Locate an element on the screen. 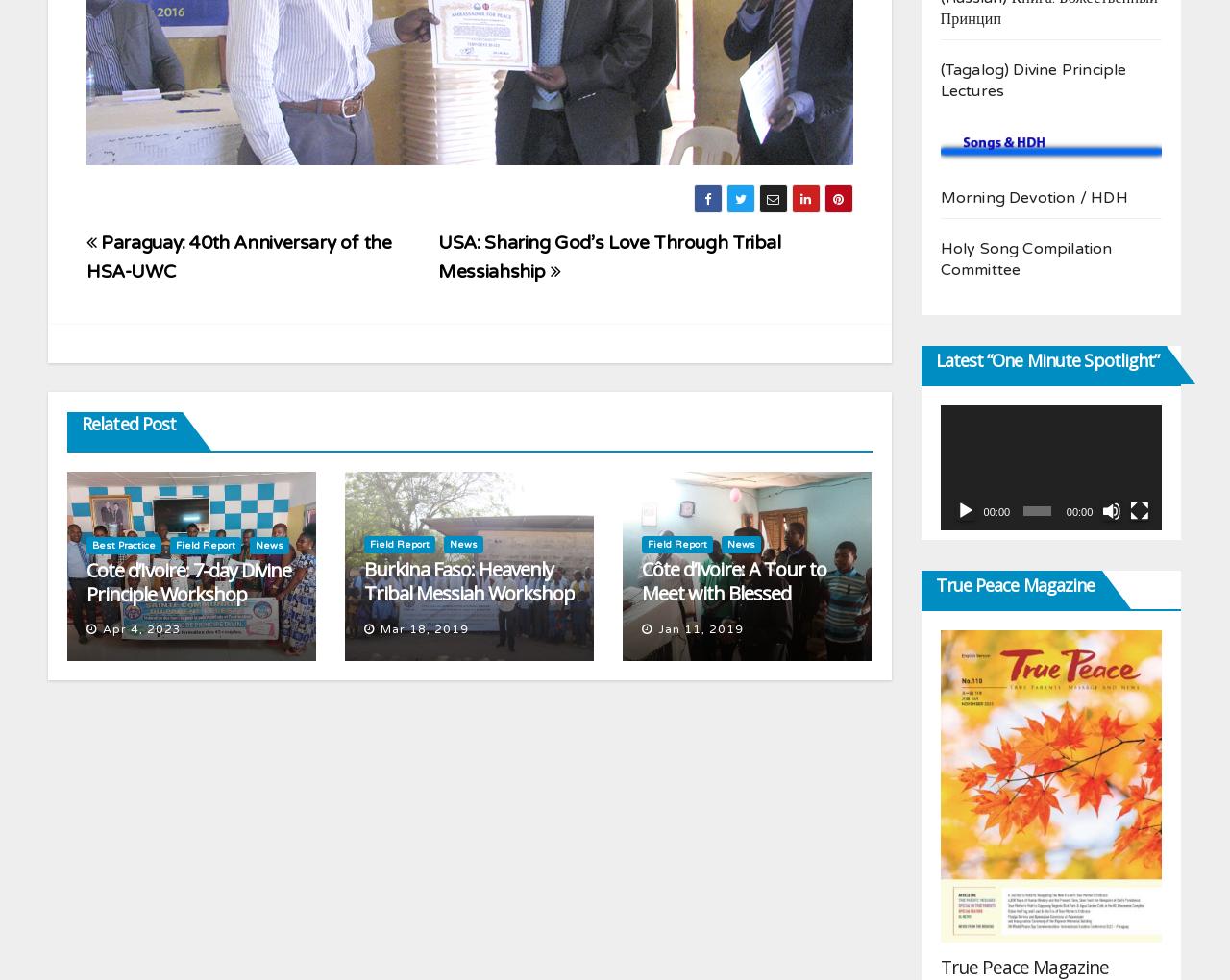 Image resolution: width=1230 pixels, height=980 pixels. 'Jan 11, 2019' is located at coordinates (700, 628).